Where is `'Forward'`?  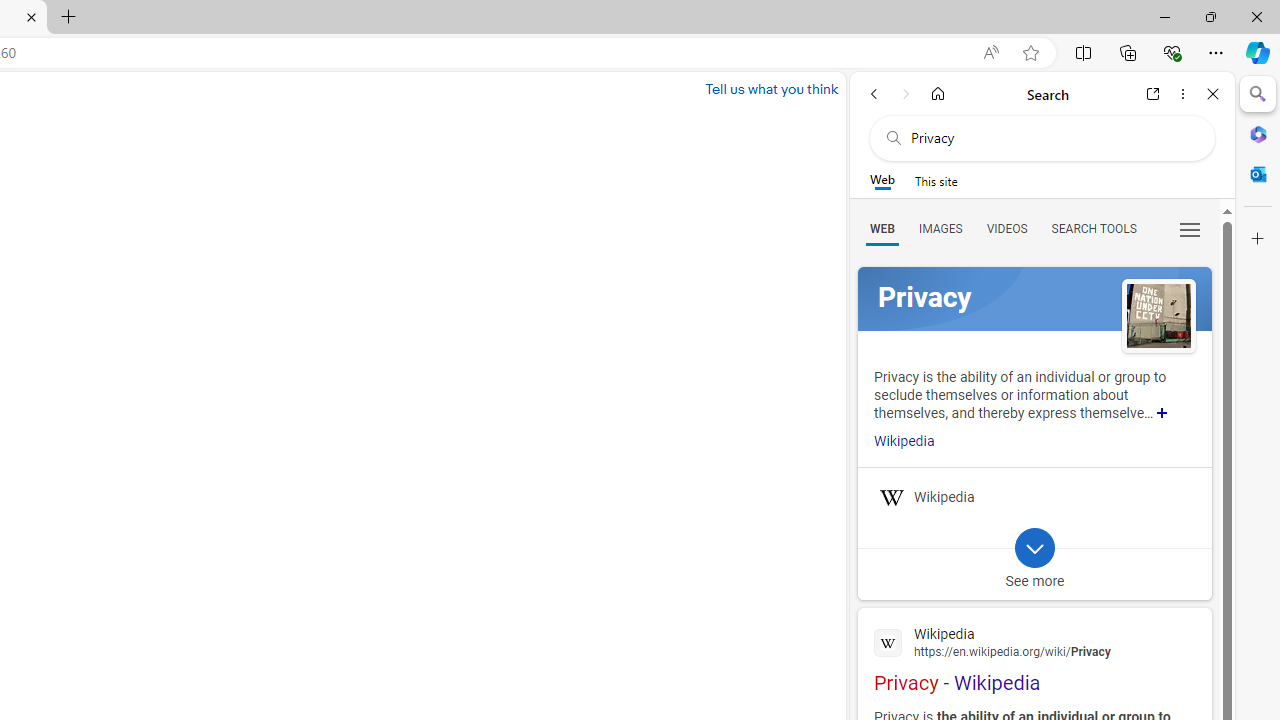
'Forward' is located at coordinates (905, 93).